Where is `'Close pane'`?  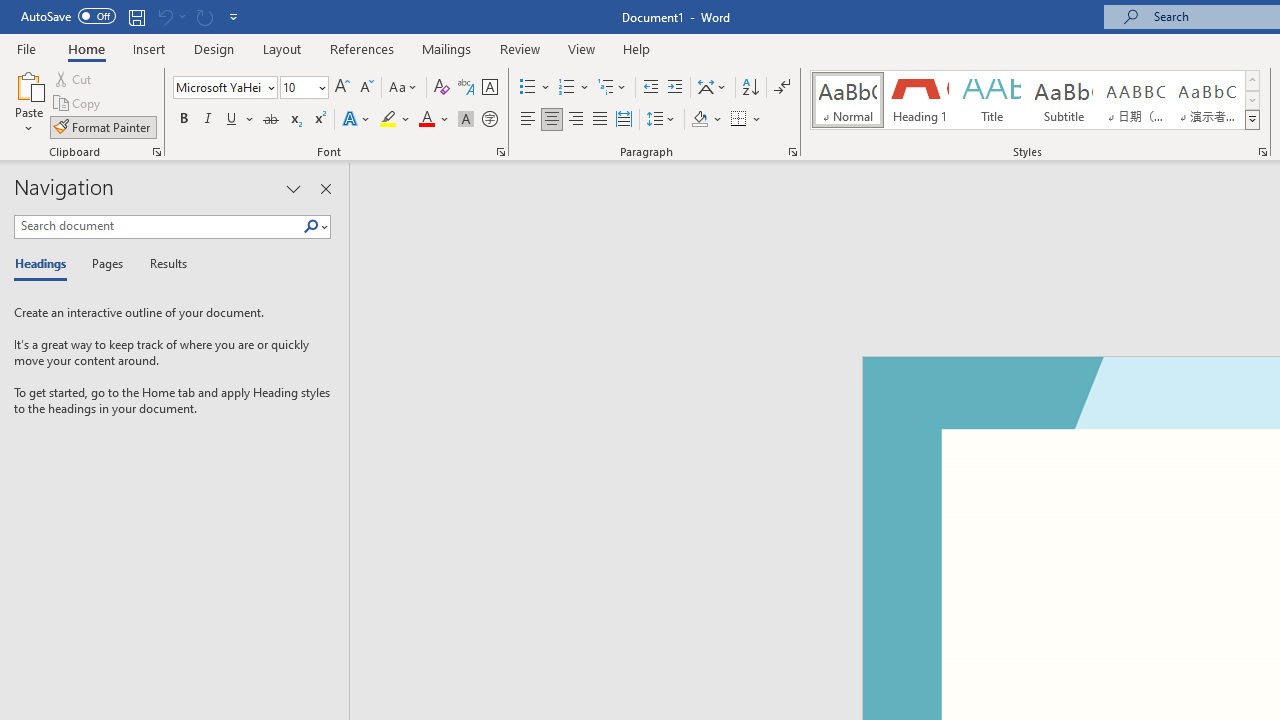 'Close pane' is located at coordinates (325, 189).